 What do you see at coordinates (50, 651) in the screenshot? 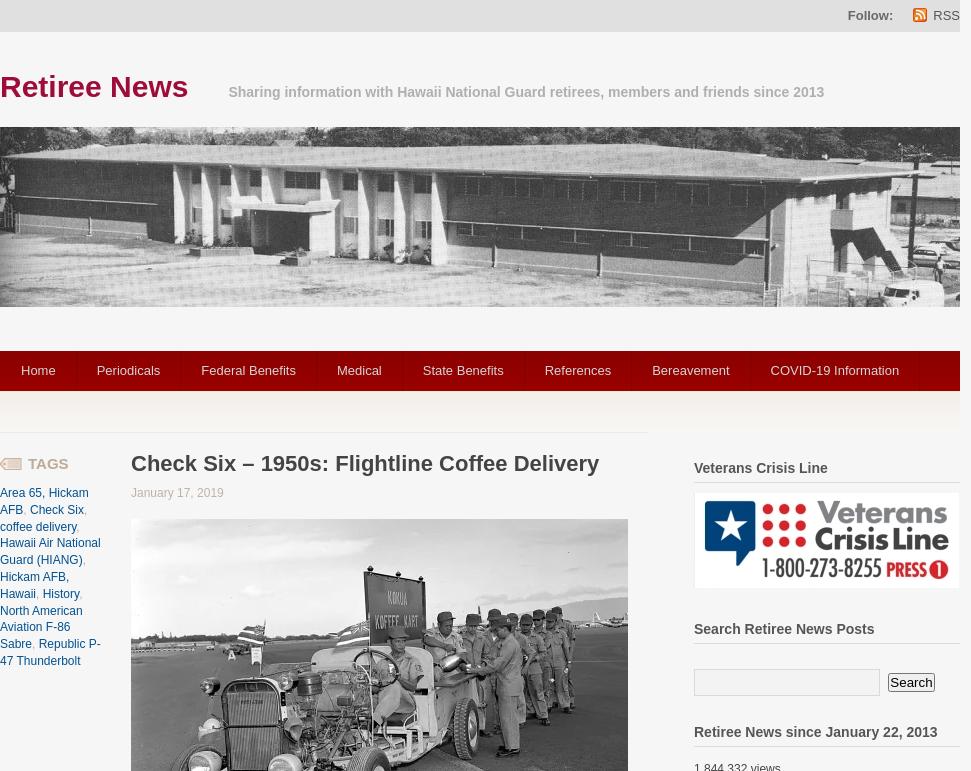
I see `'Republic P-47 Thunderbolt'` at bounding box center [50, 651].